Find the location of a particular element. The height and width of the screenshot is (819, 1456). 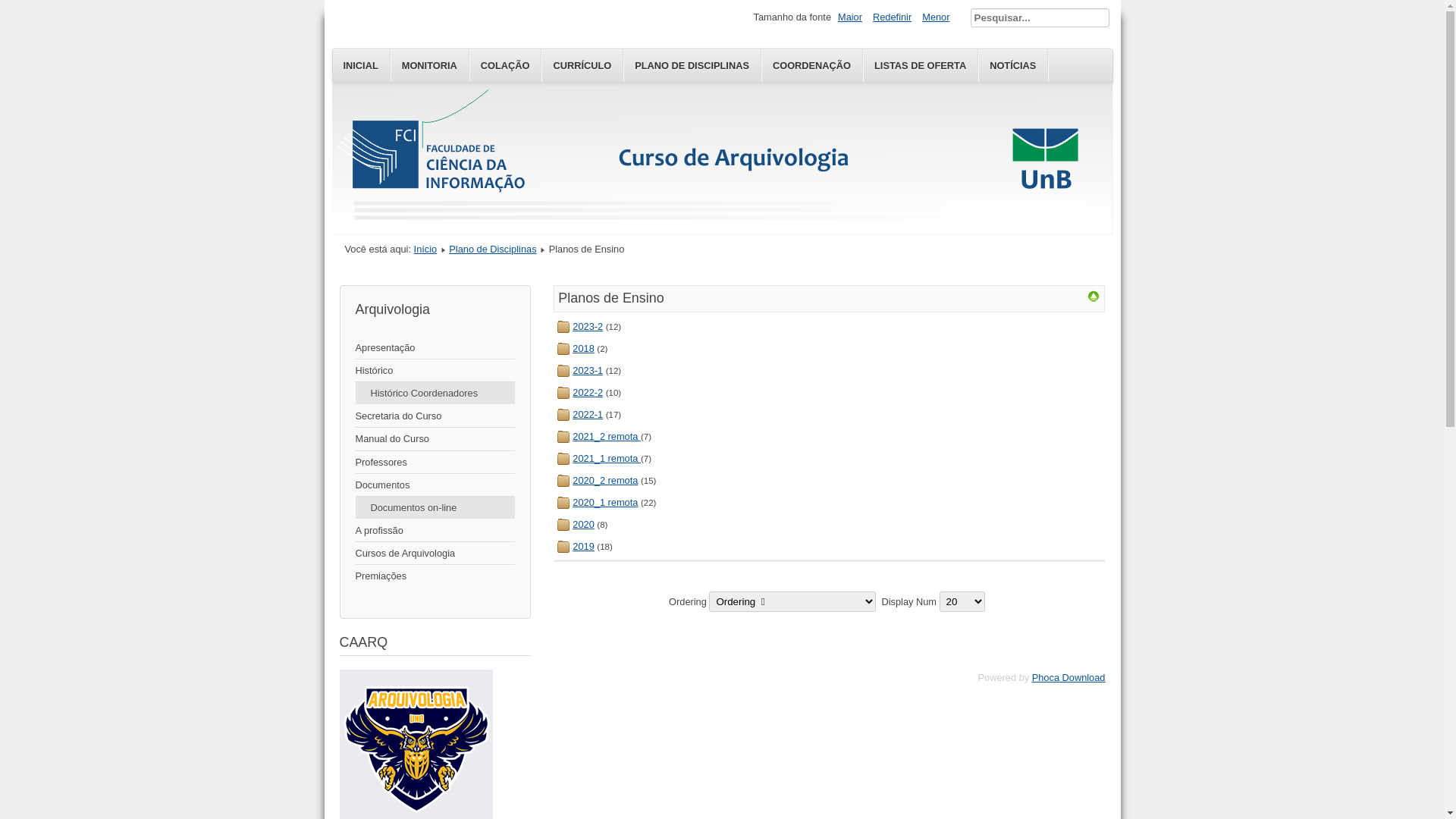

'Maior' is located at coordinates (850, 17).